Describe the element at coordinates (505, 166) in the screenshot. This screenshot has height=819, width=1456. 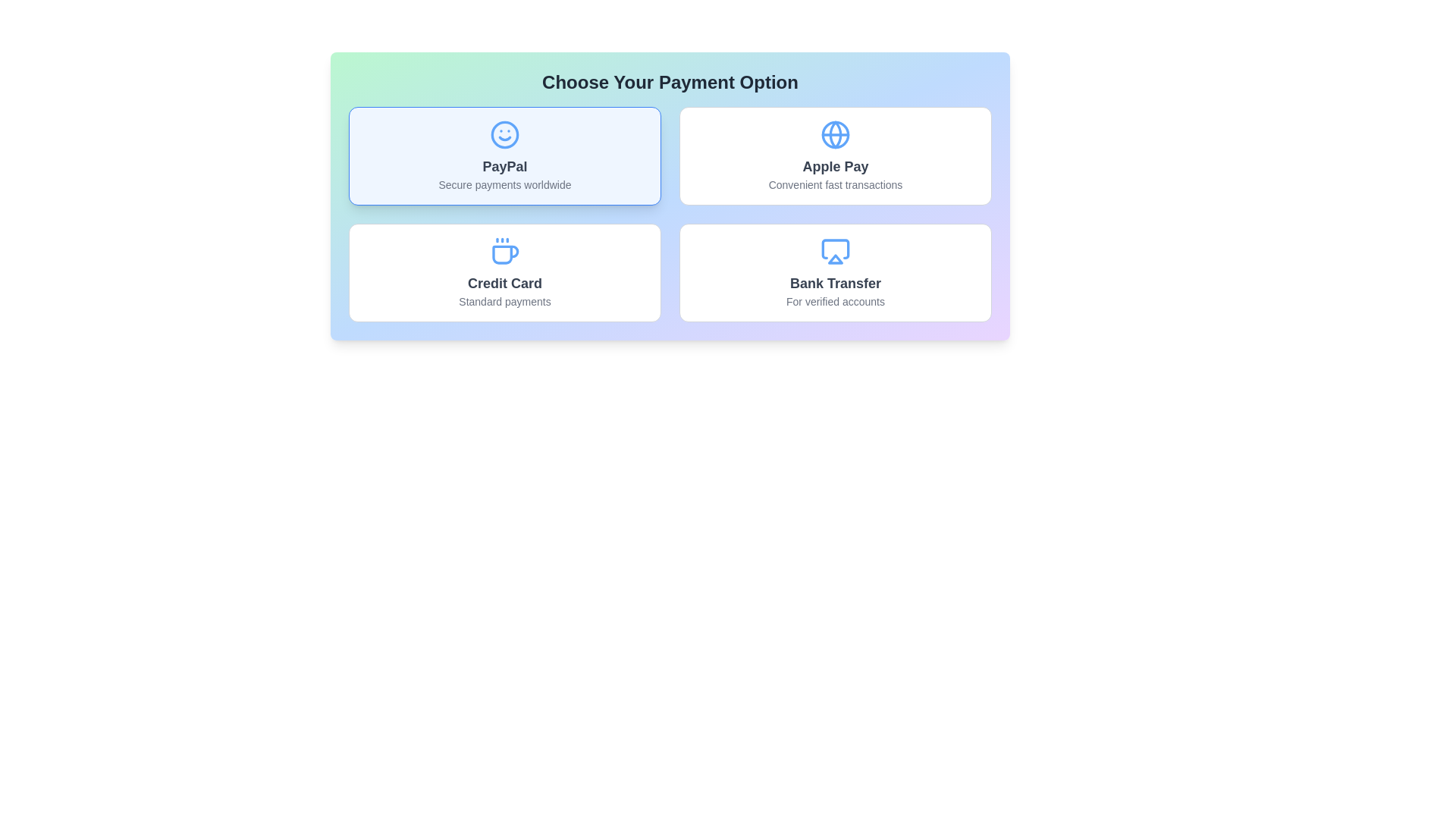
I see `the Text Label that identifies the payment method as PayPal, located in the top-left card of the payment method selection grid, positioned below a smiley face icon and above the text 'Secure payments worldwide'` at that location.